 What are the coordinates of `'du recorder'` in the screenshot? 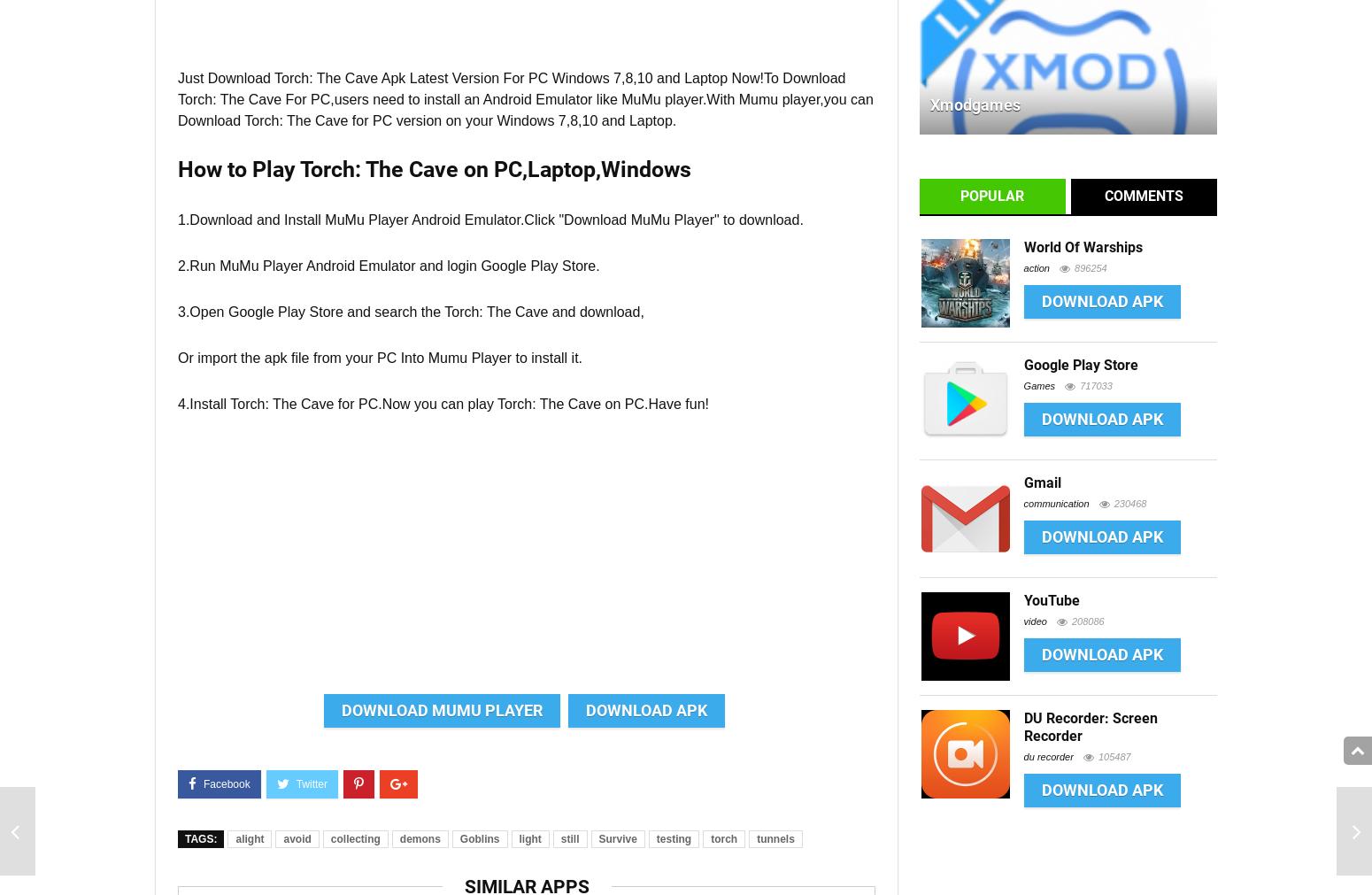 It's located at (1048, 757).